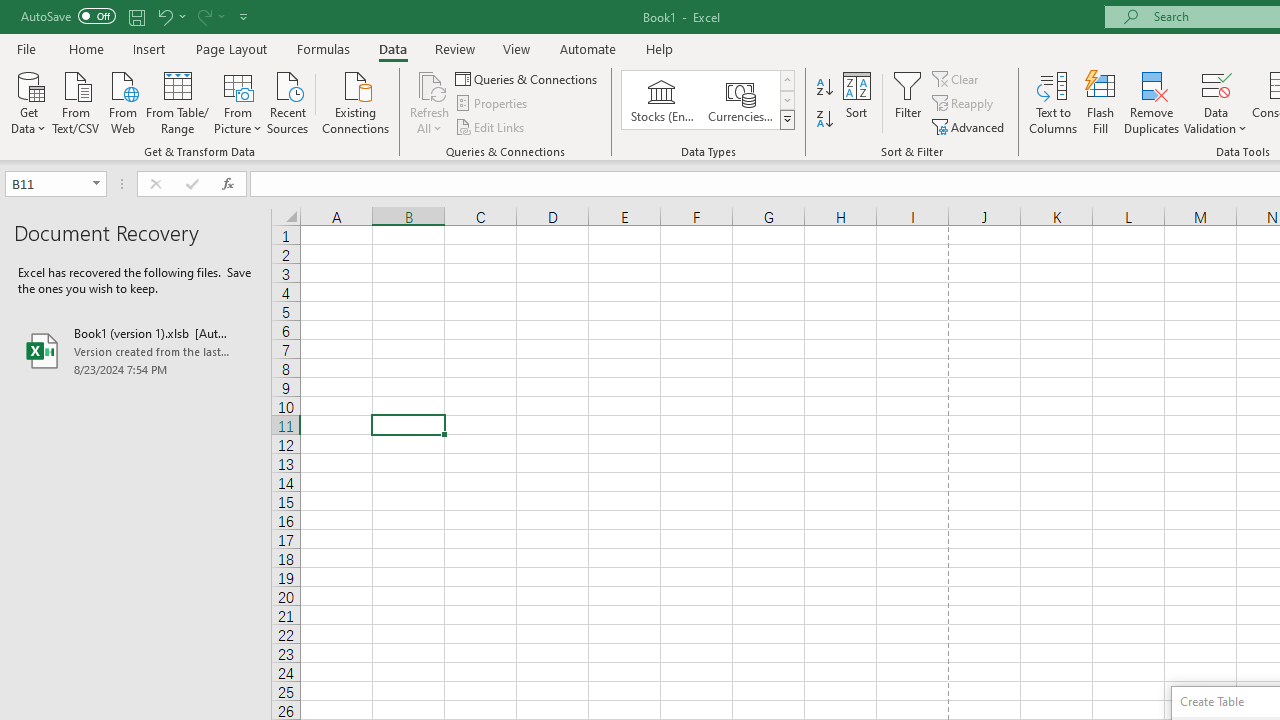  Describe the element at coordinates (587, 48) in the screenshot. I see `'Automate'` at that location.